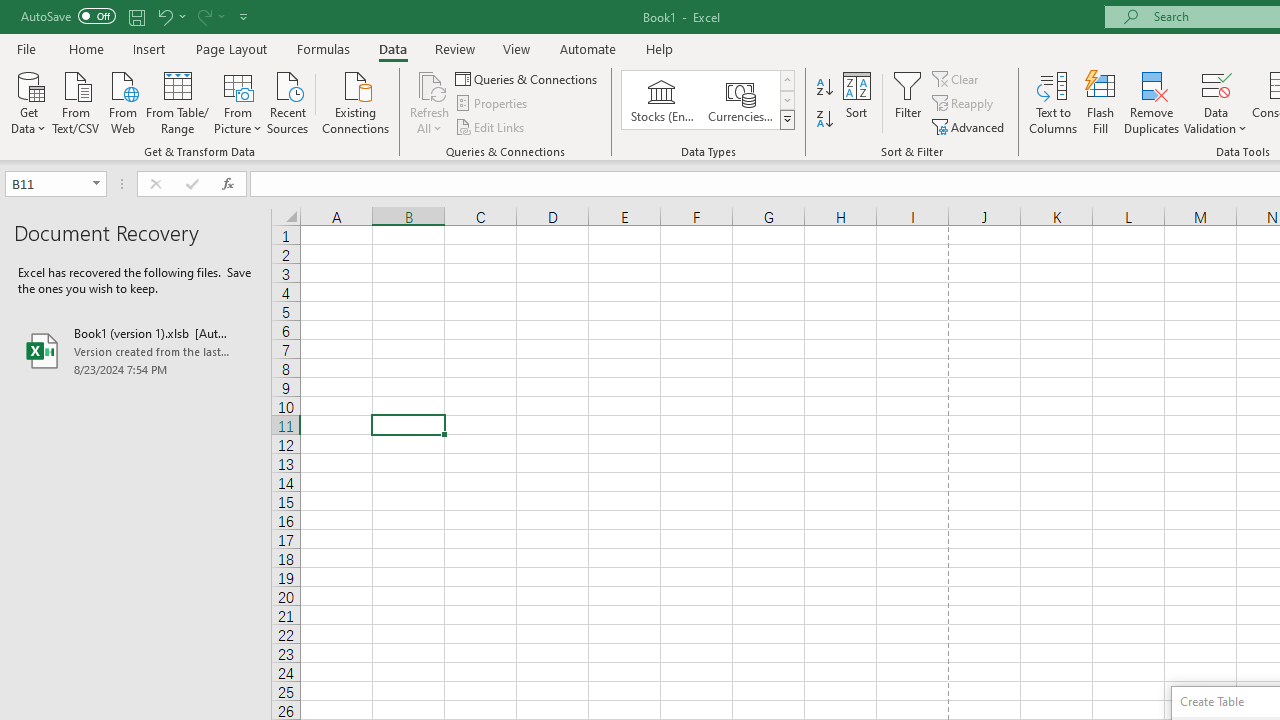  Describe the element at coordinates (587, 48) in the screenshot. I see `'Automate'` at that location.